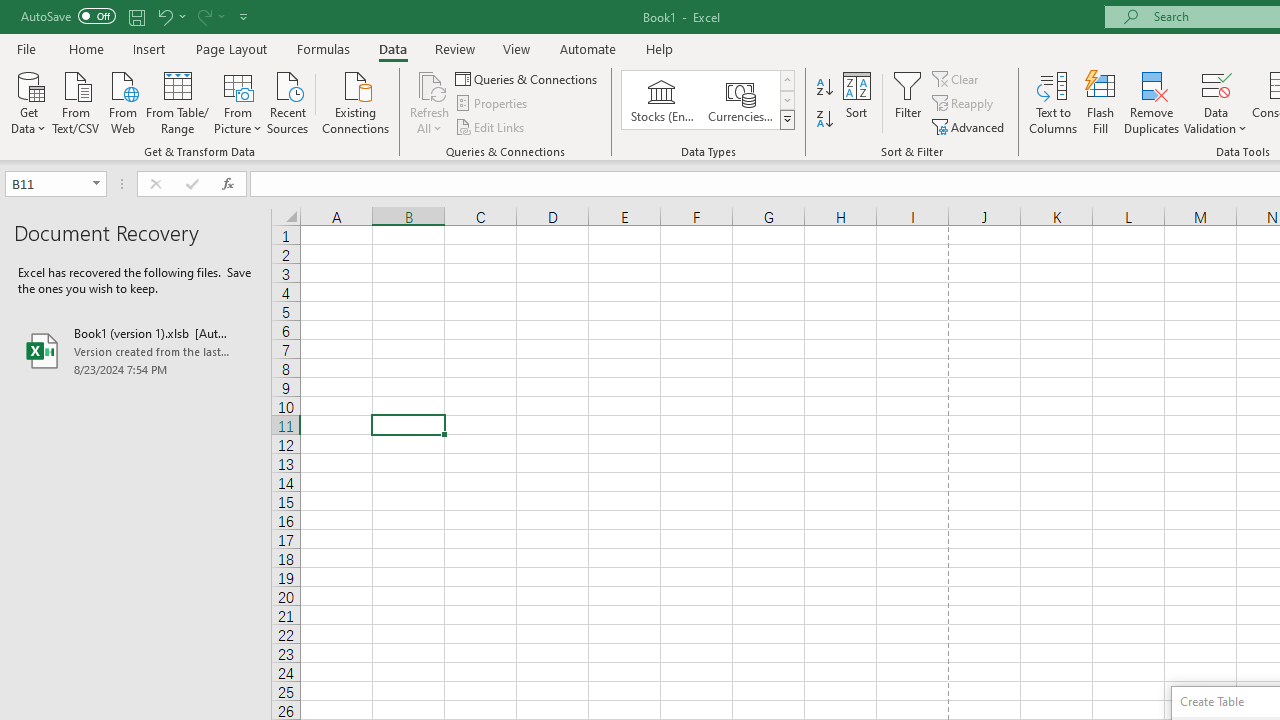  Describe the element at coordinates (587, 48) in the screenshot. I see `'Automate'` at that location.